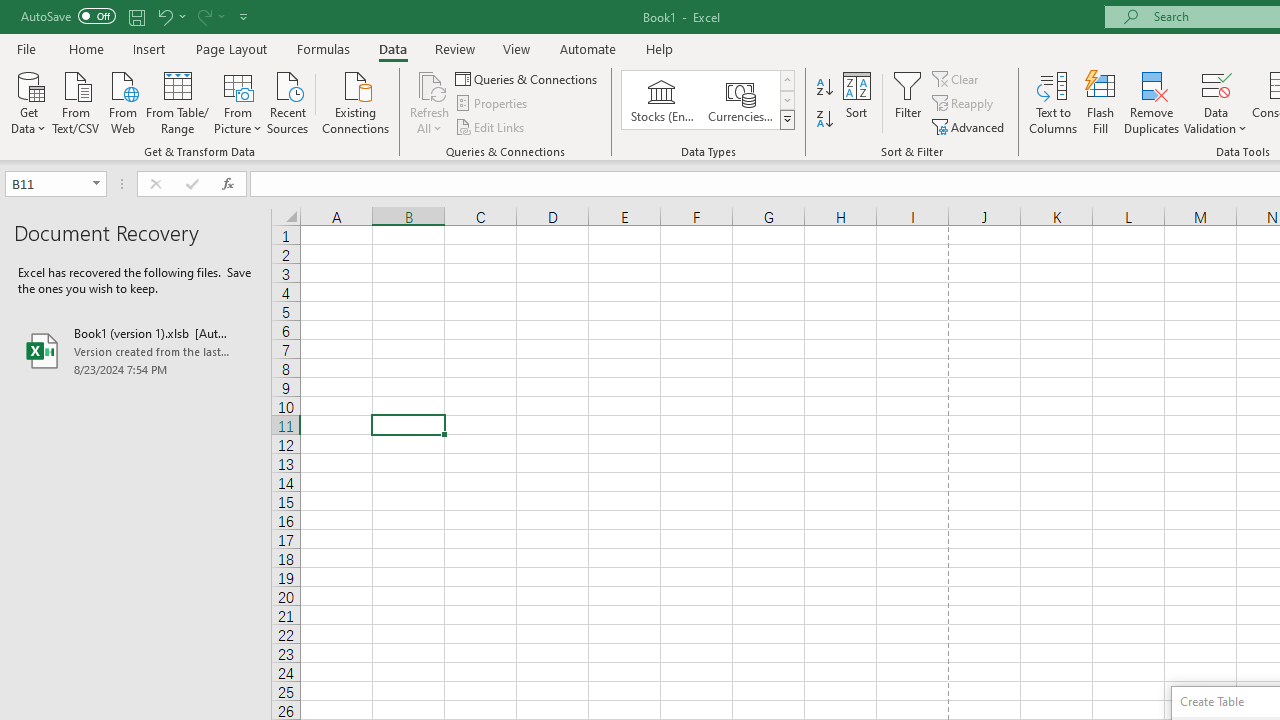  Describe the element at coordinates (587, 48) in the screenshot. I see `'Automate'` at that location.